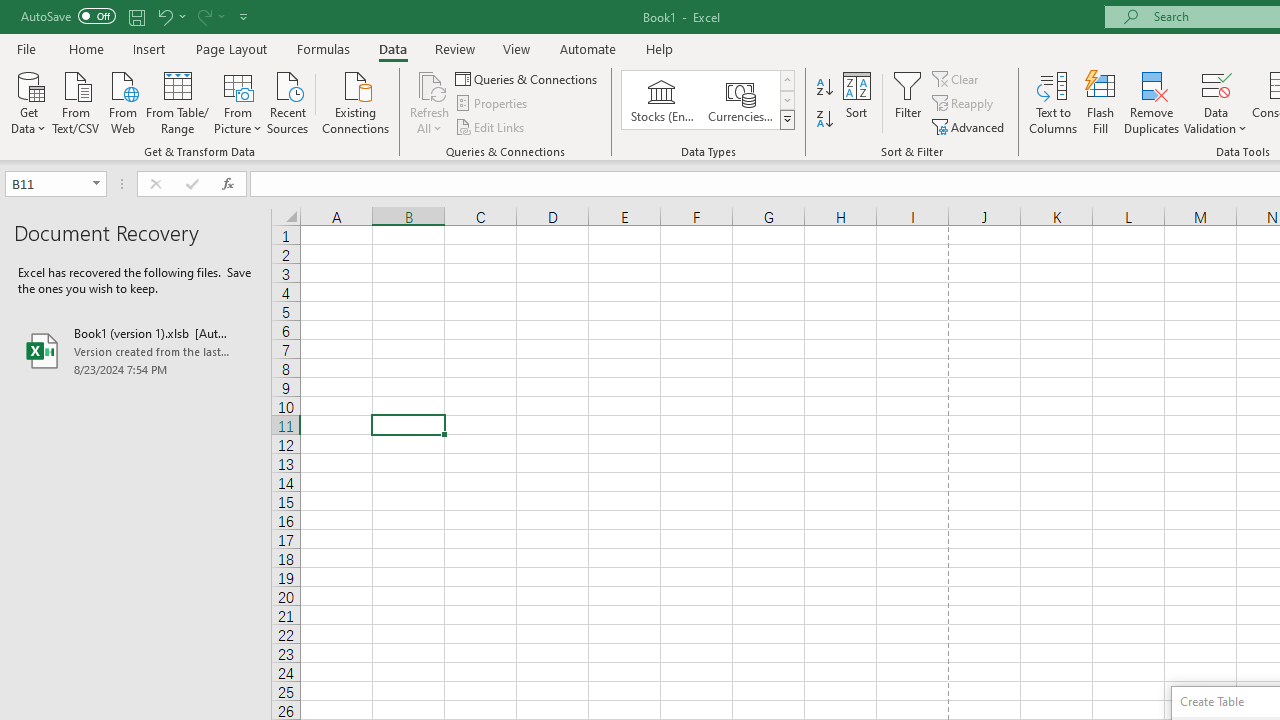  Describe the element at coordinates (587, 48) in the screenshot. I see `'Automate'` at that location.